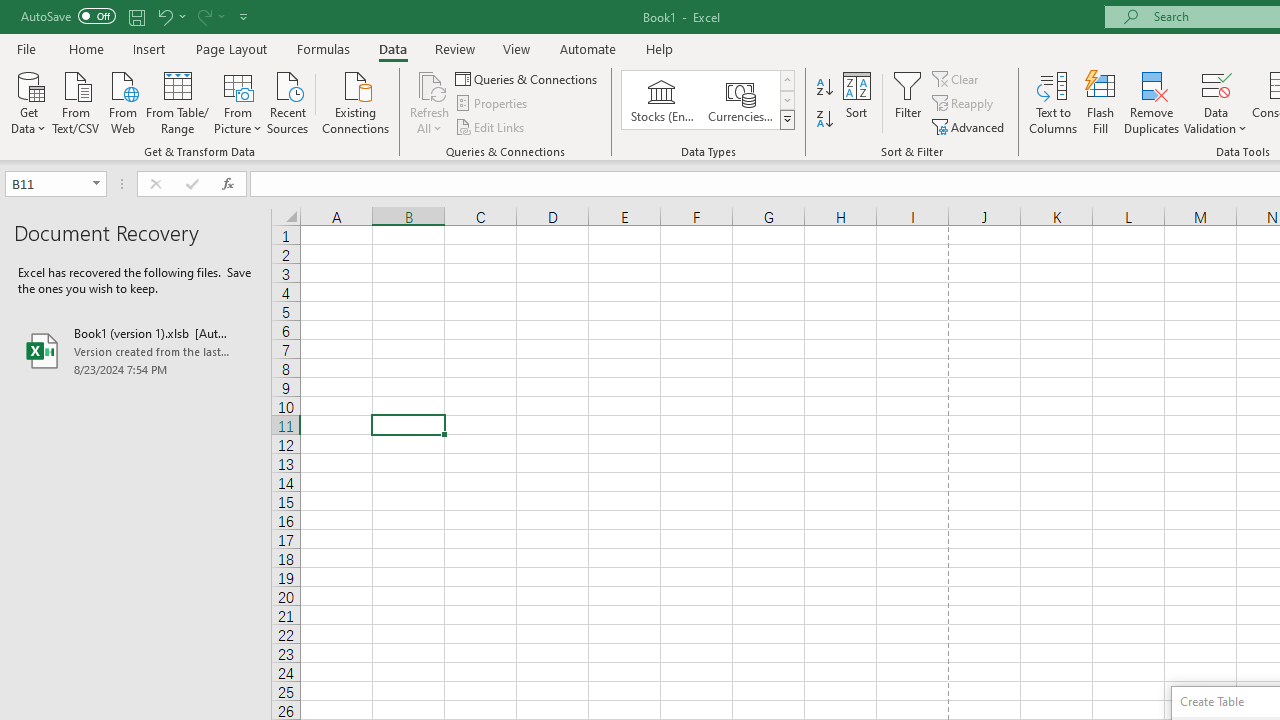  Describe the element at coordinates (587, 48) in the screenshot. I see `'Automate'` at that location.